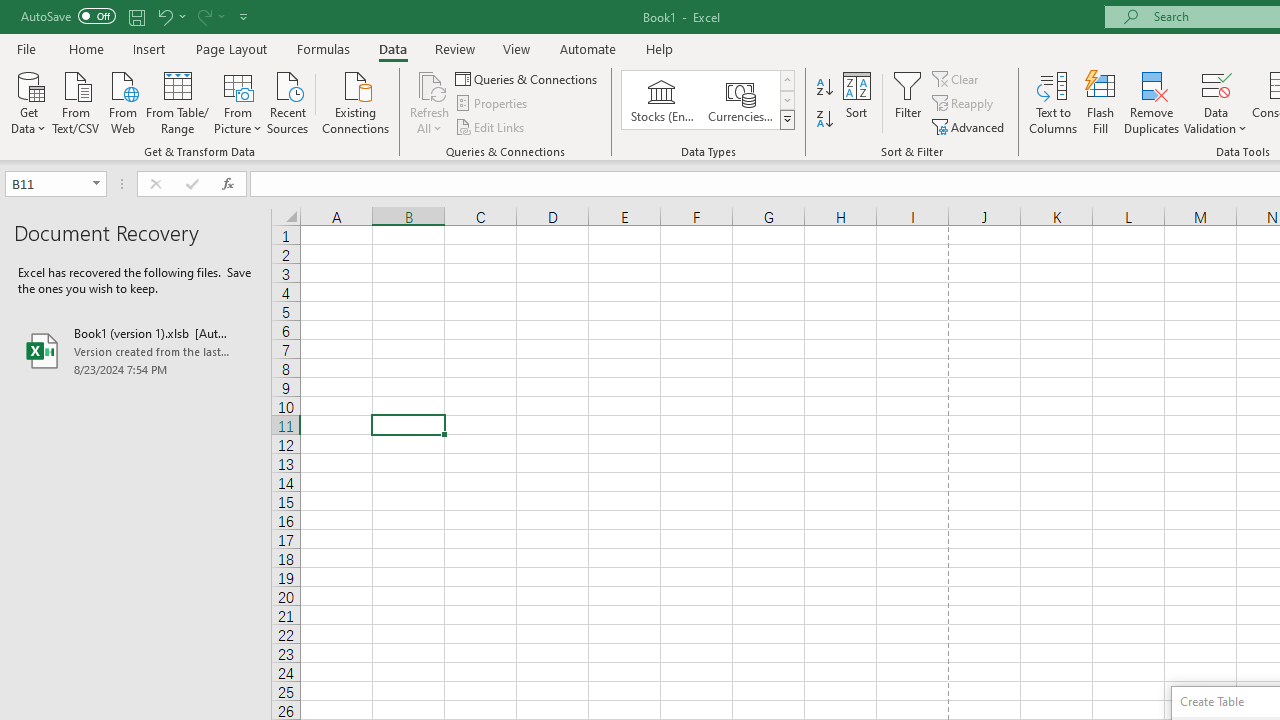  Describe the element at coordinates (587, 48) in the screenshot. I see `'Automate'` at that location.